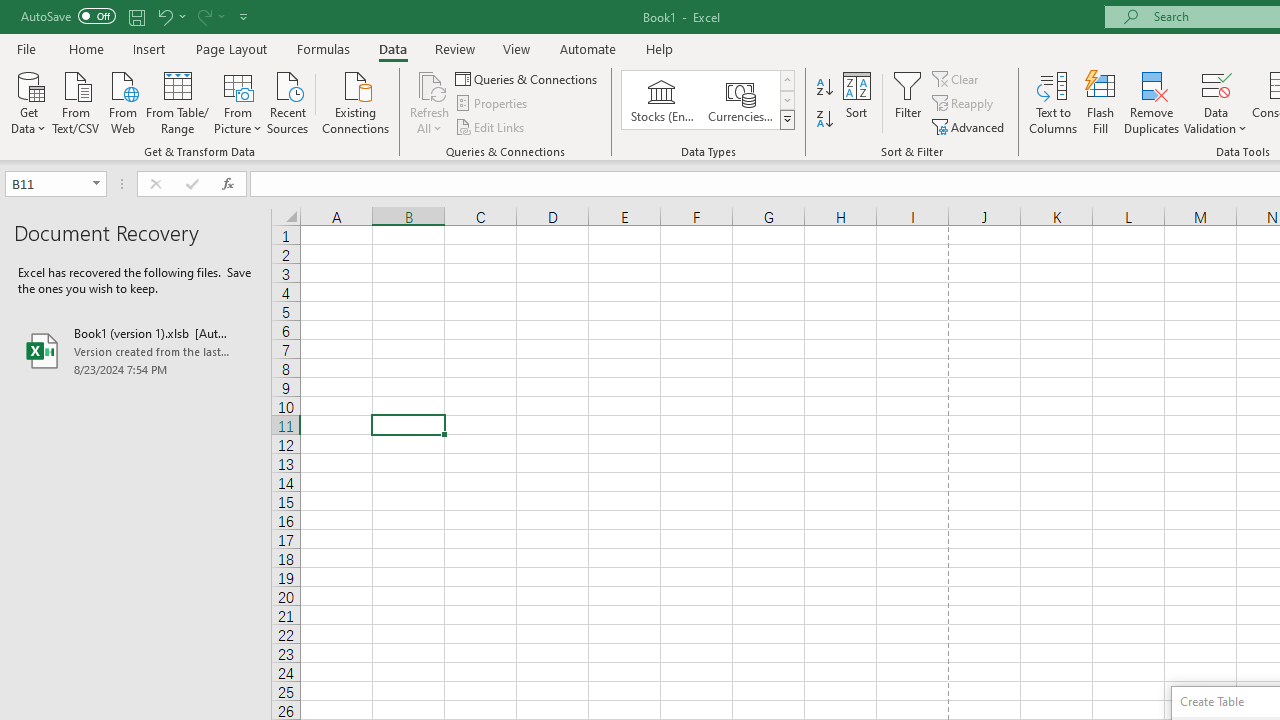  Describe the element at coordinates (587, 48) in the screenshot. I see `'Automate'` at that location.